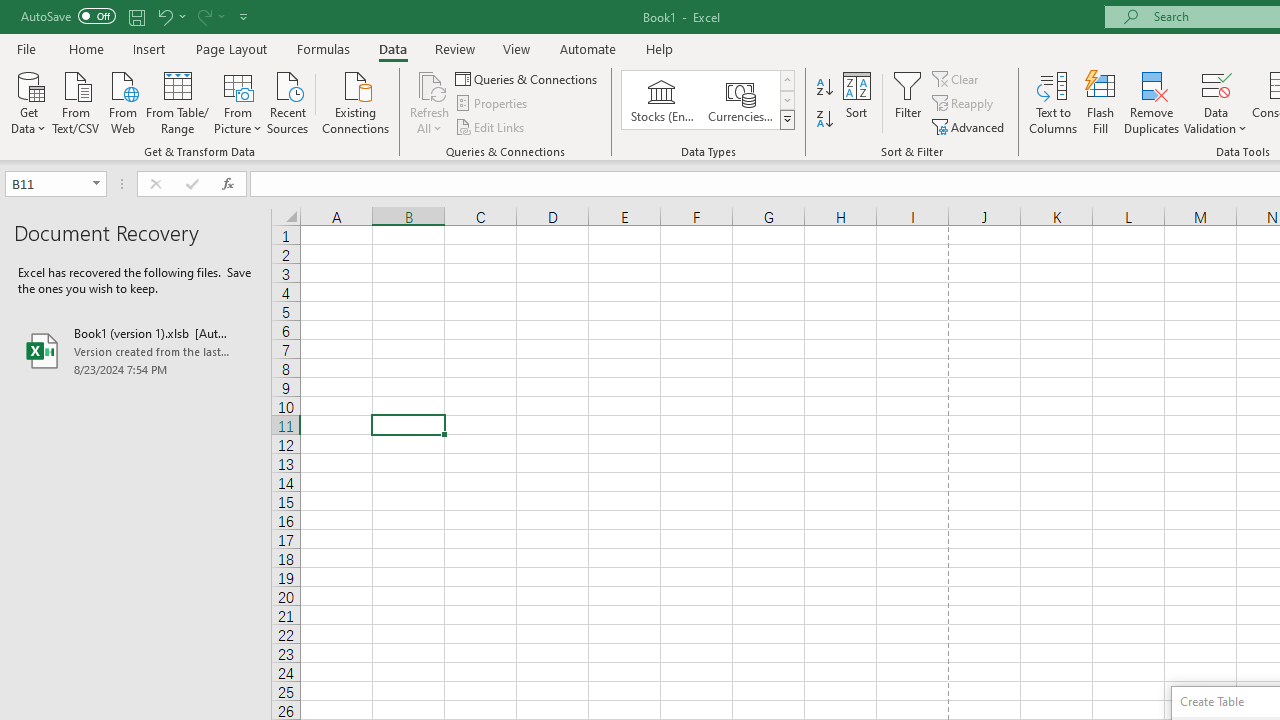  Describe the element at coordinates (587, 48) in the screenshot. I see `'Automate'` at that location.